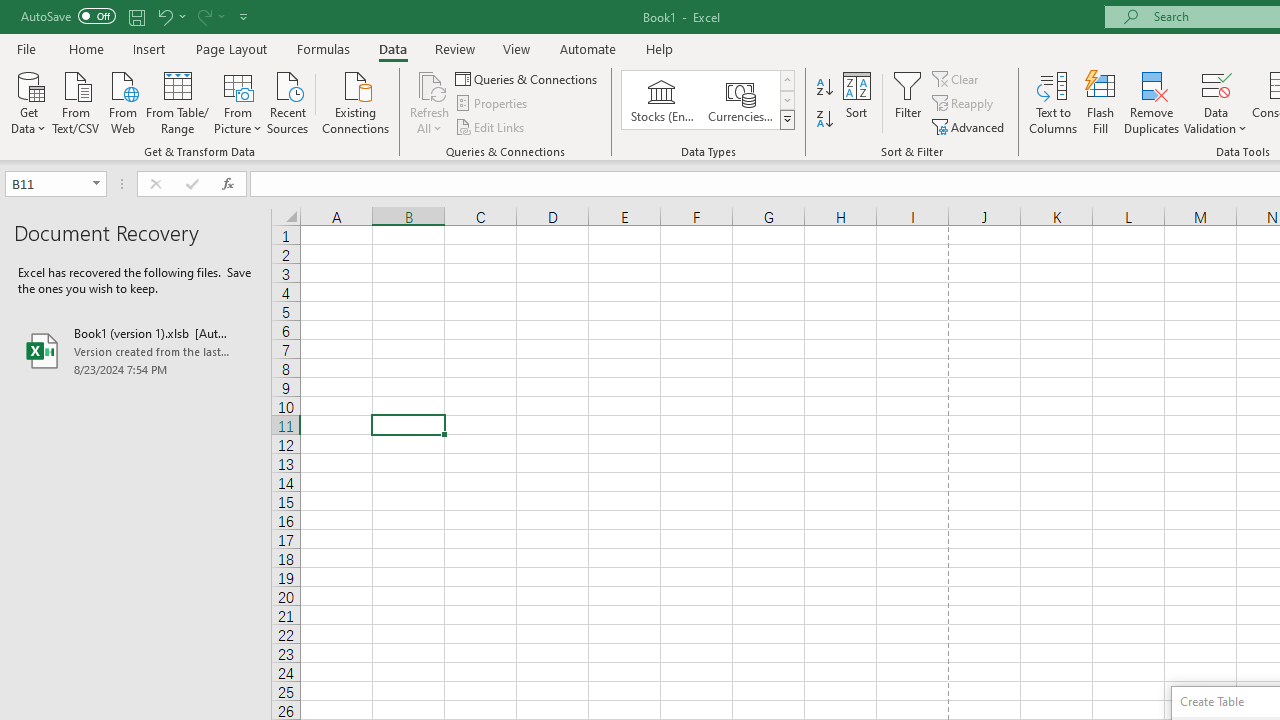  Describe the element at coordinates (587, 48) in the screenshot. I see `'Automate'` at that location.